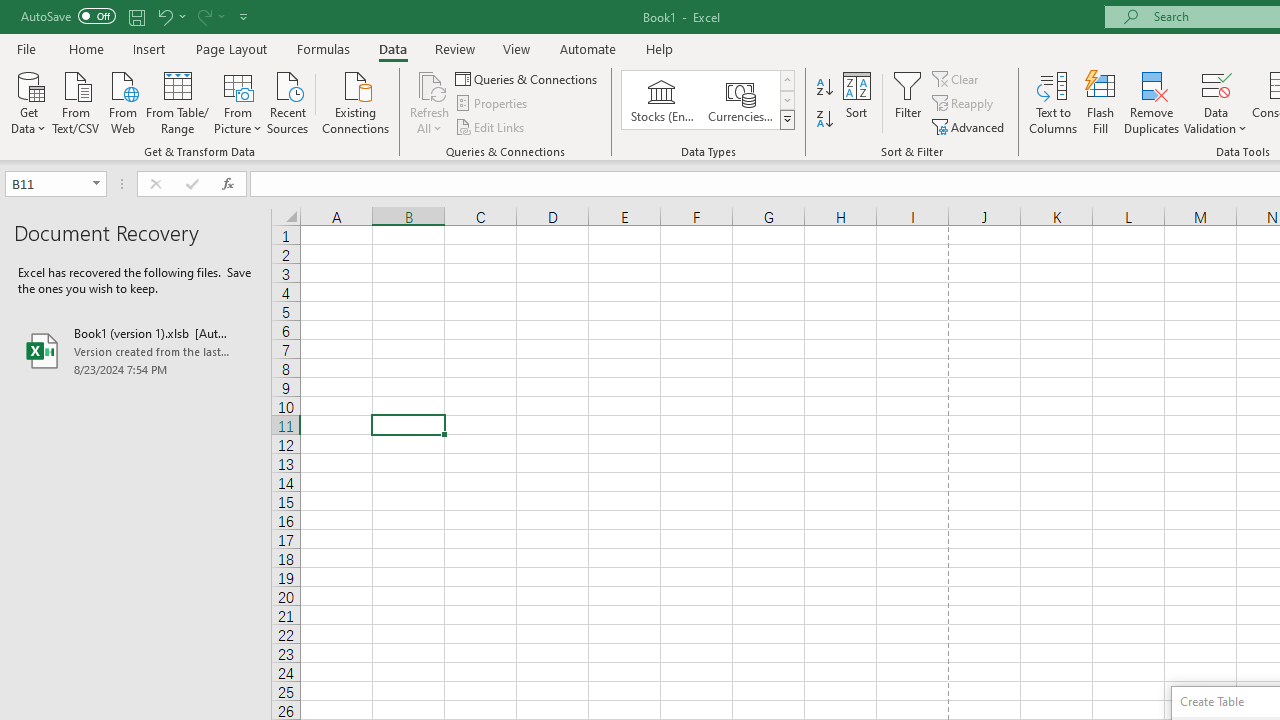  Describe the element at coordinates (587, 48) in the screenshot. I see `'Automate'` at that location.